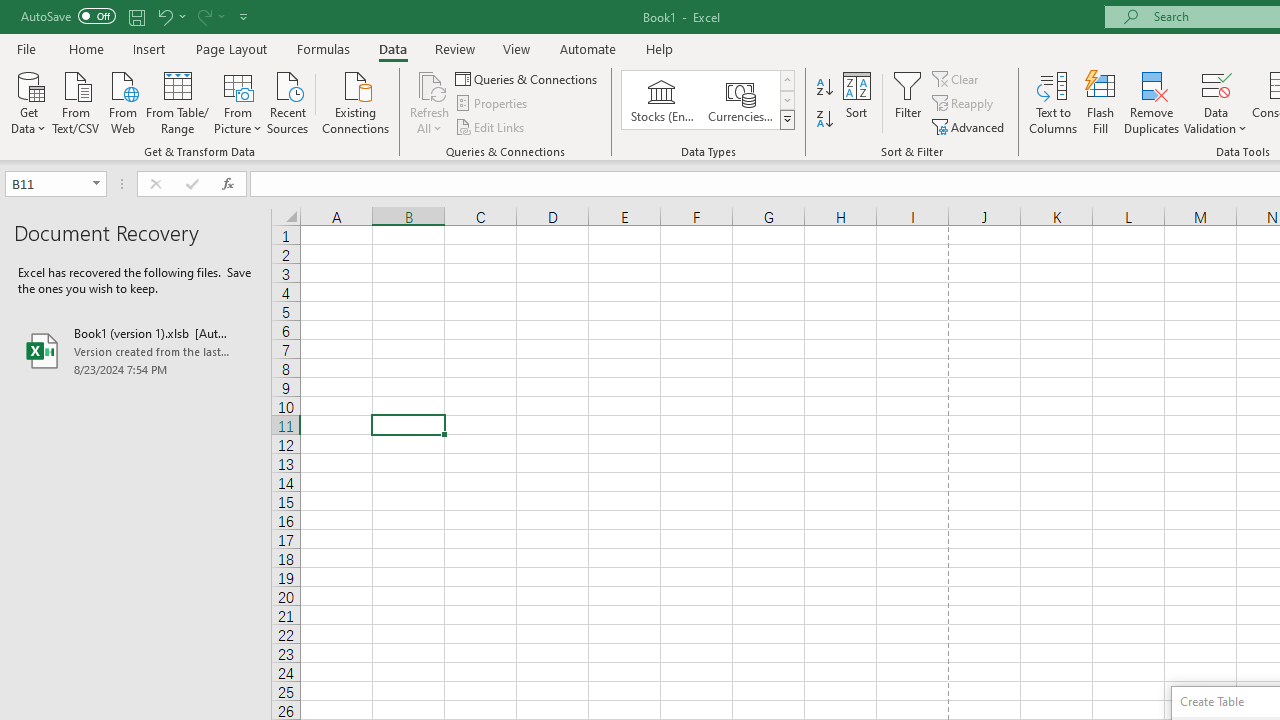  Describe the element at coordinates (587, 48) in the screenshot. I see `'Automate'` at that location.